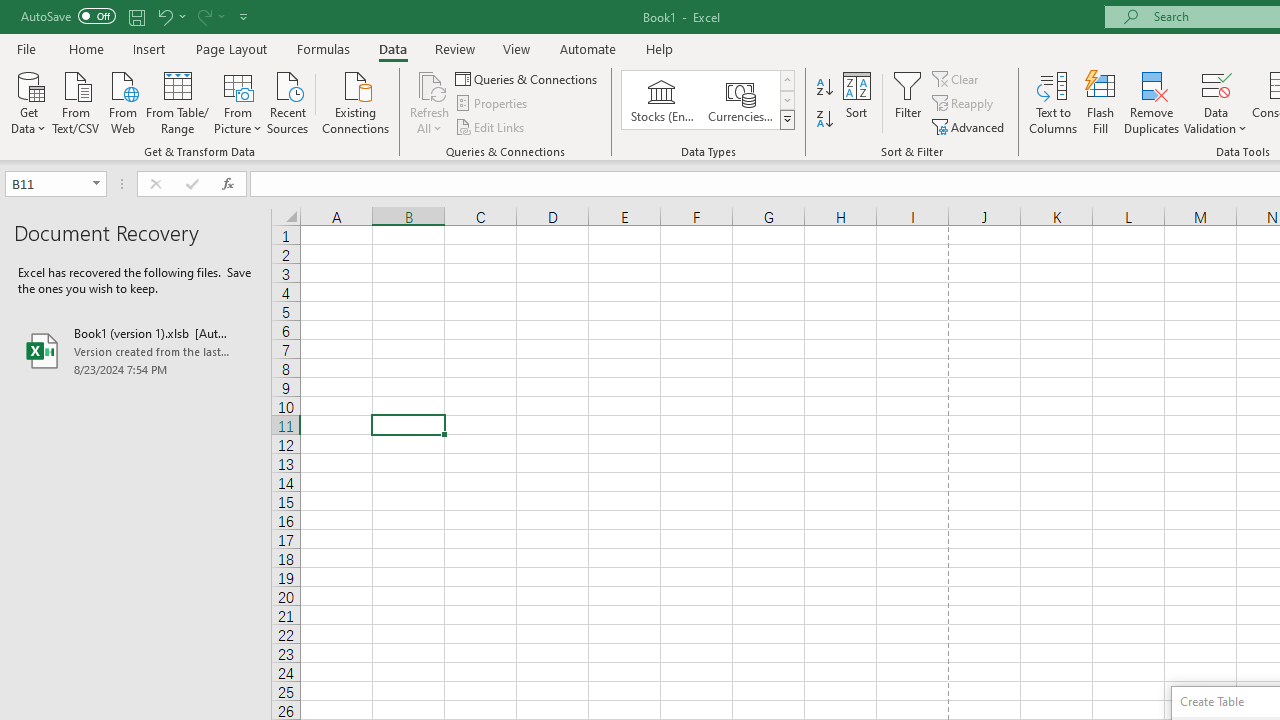  Describe the element at coordinates (587, 48) in the screenshot. I see `'Automate'` at that location.